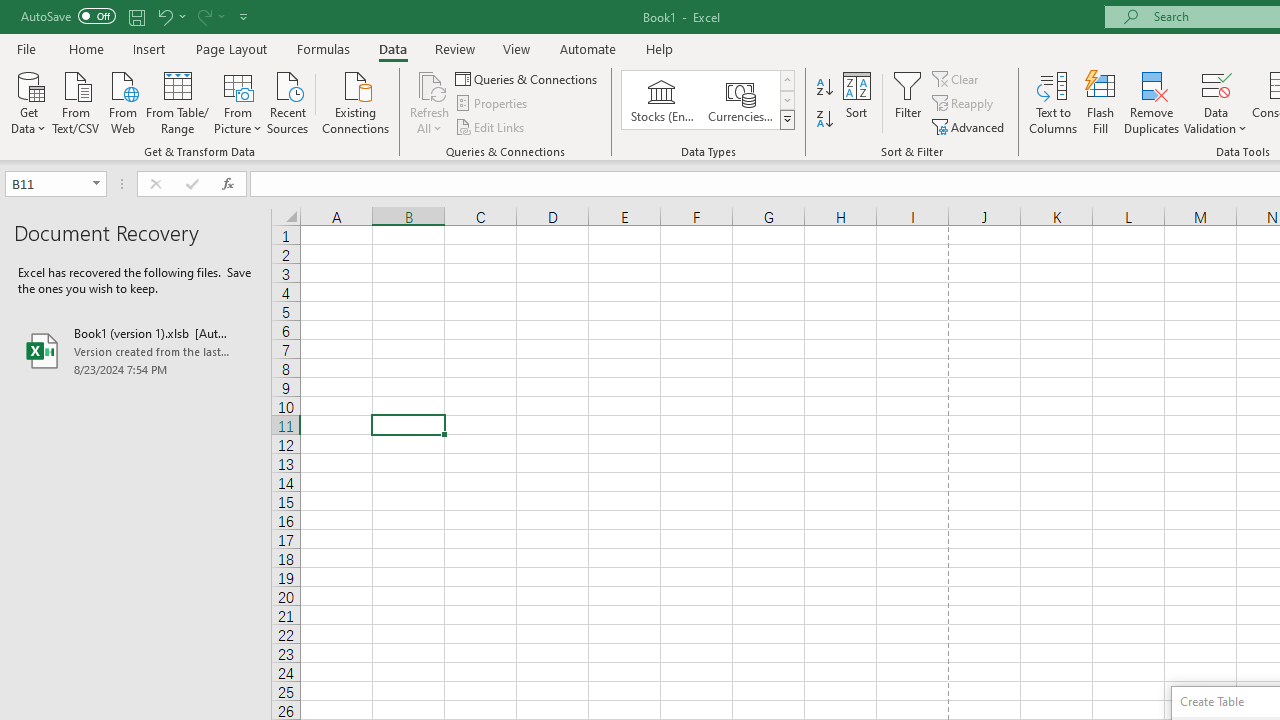  Describe the element at coordinates (587, 48) in the screenshot. I see `'Automate'` at that location.